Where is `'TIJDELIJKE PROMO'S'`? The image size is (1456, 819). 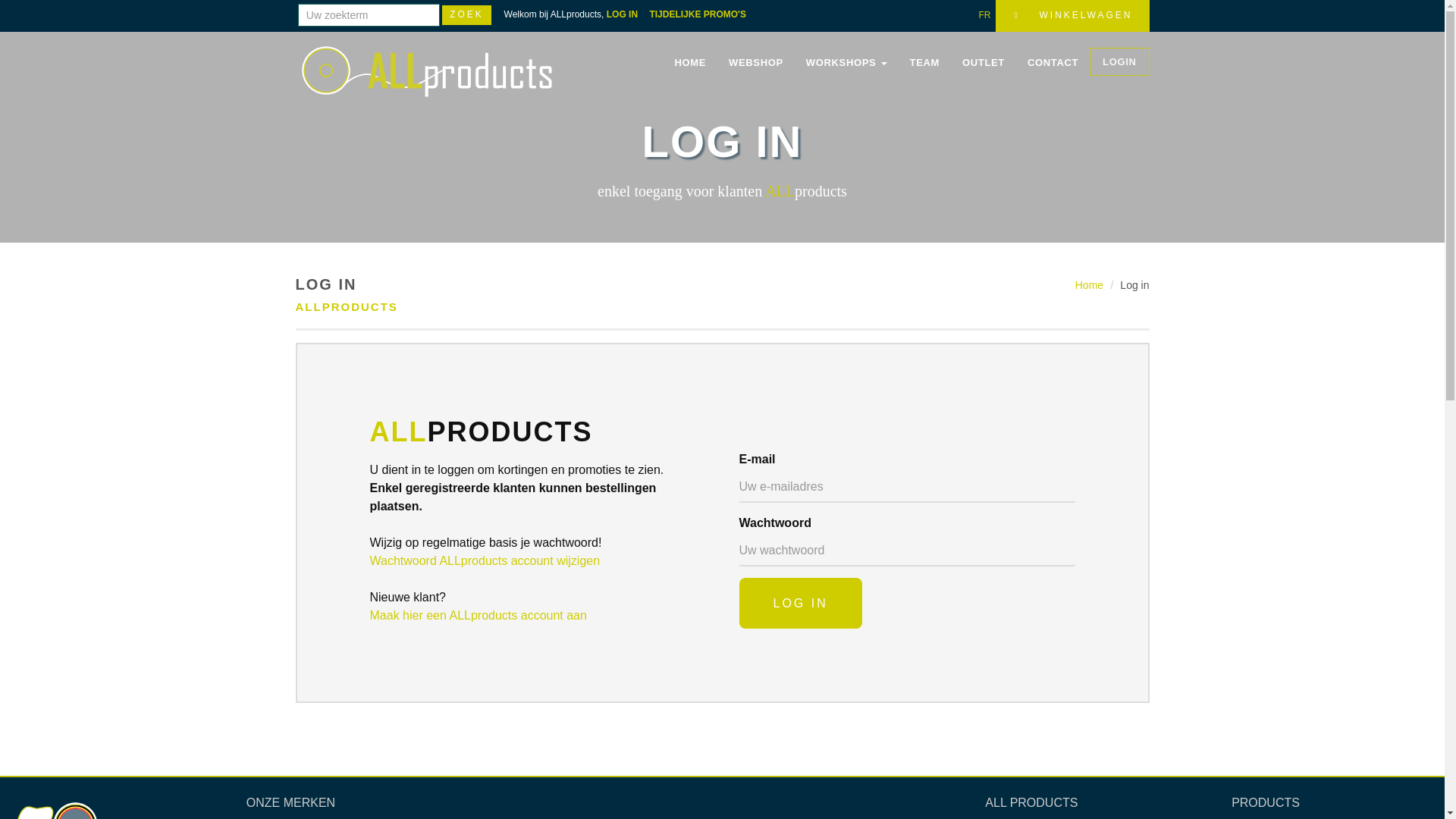 'TIJDELIJKE PROMO'S' is located at coordinates (701, 14).